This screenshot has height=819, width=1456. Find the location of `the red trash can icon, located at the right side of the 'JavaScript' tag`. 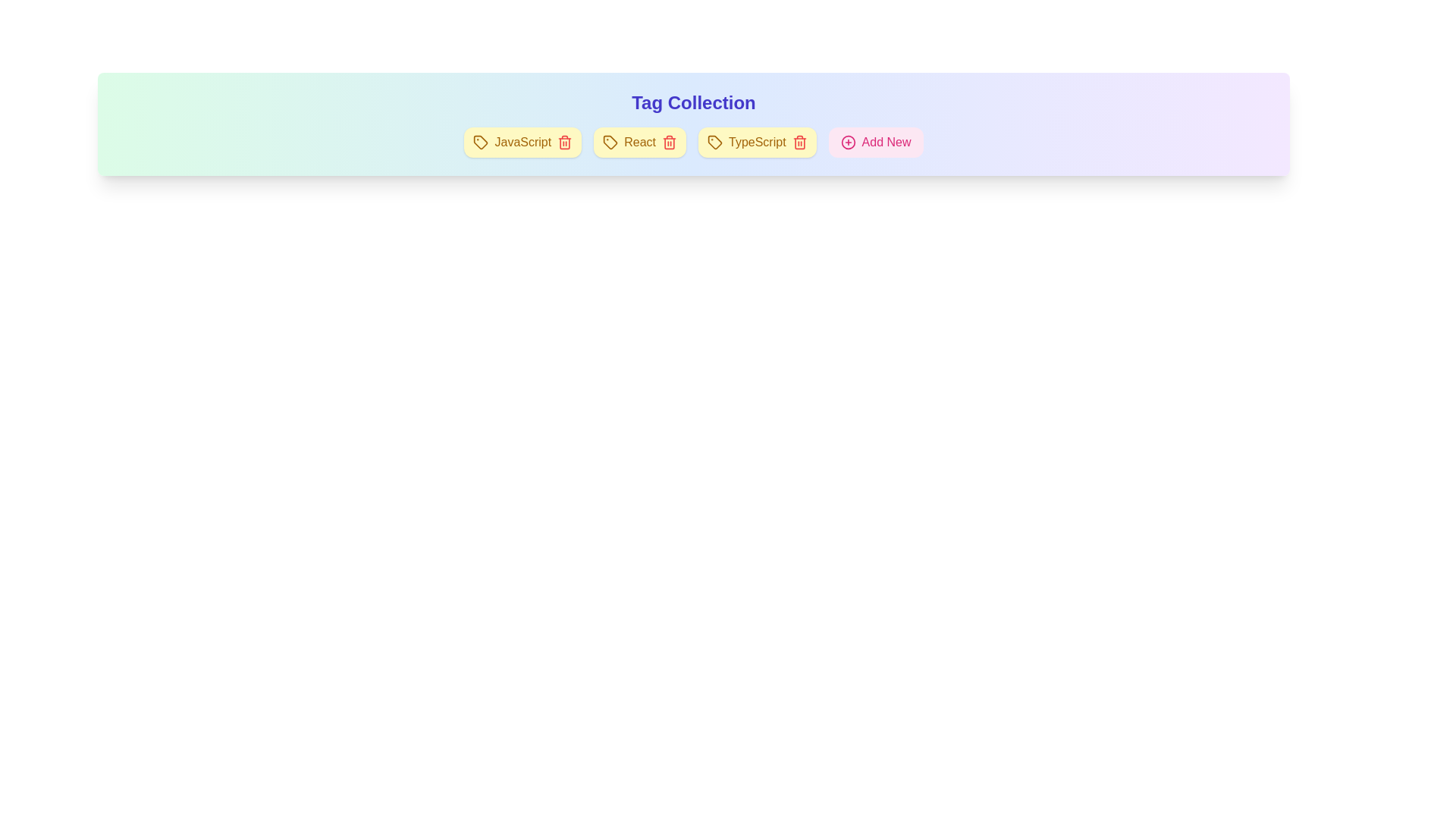

the red trash can icon, located at the right side of the 'JavaScript' tag is located at coordinates (564, 143).